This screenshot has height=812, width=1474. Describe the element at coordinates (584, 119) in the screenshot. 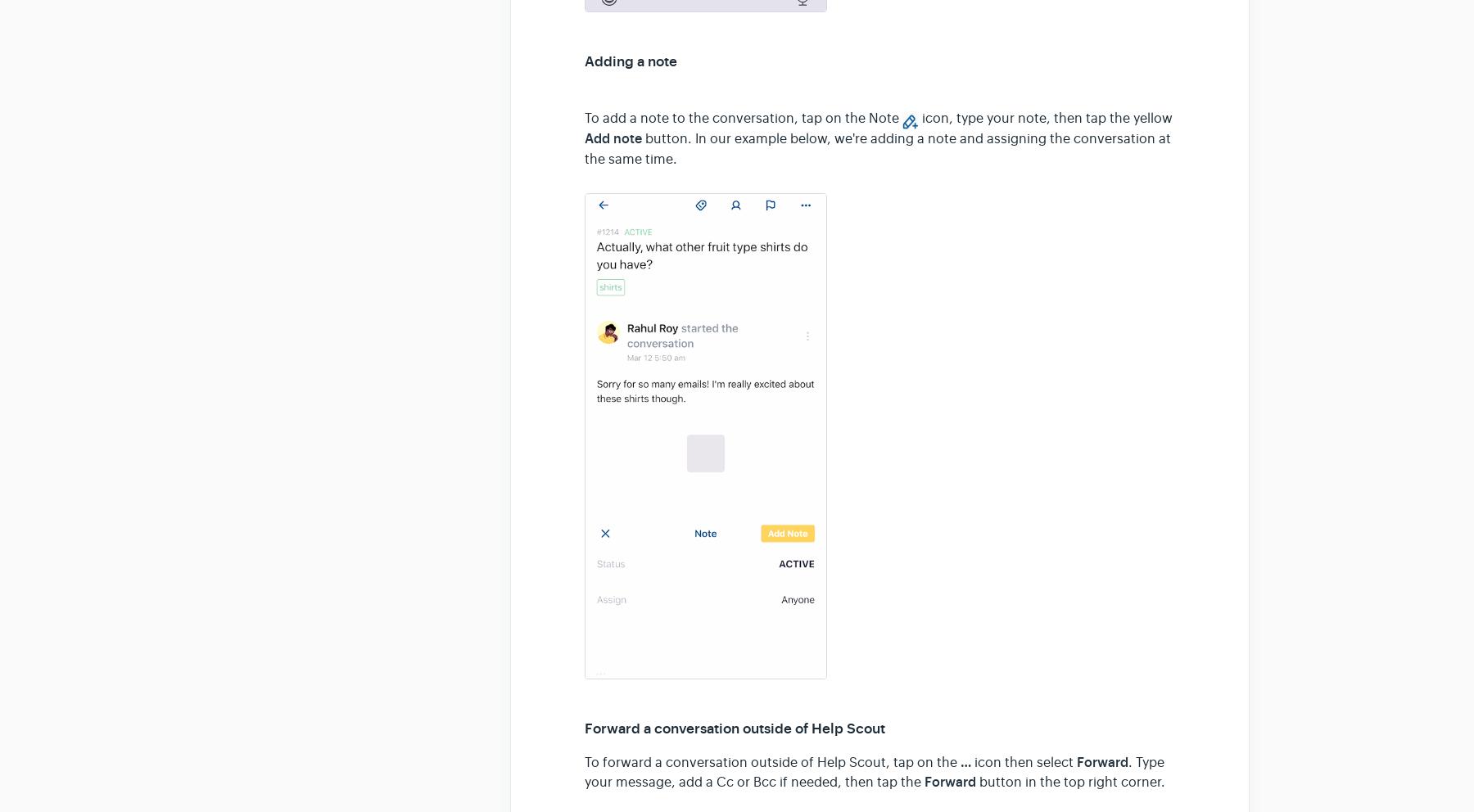

I see `'To add a note to the conversation, tap on the Note'` at that location.